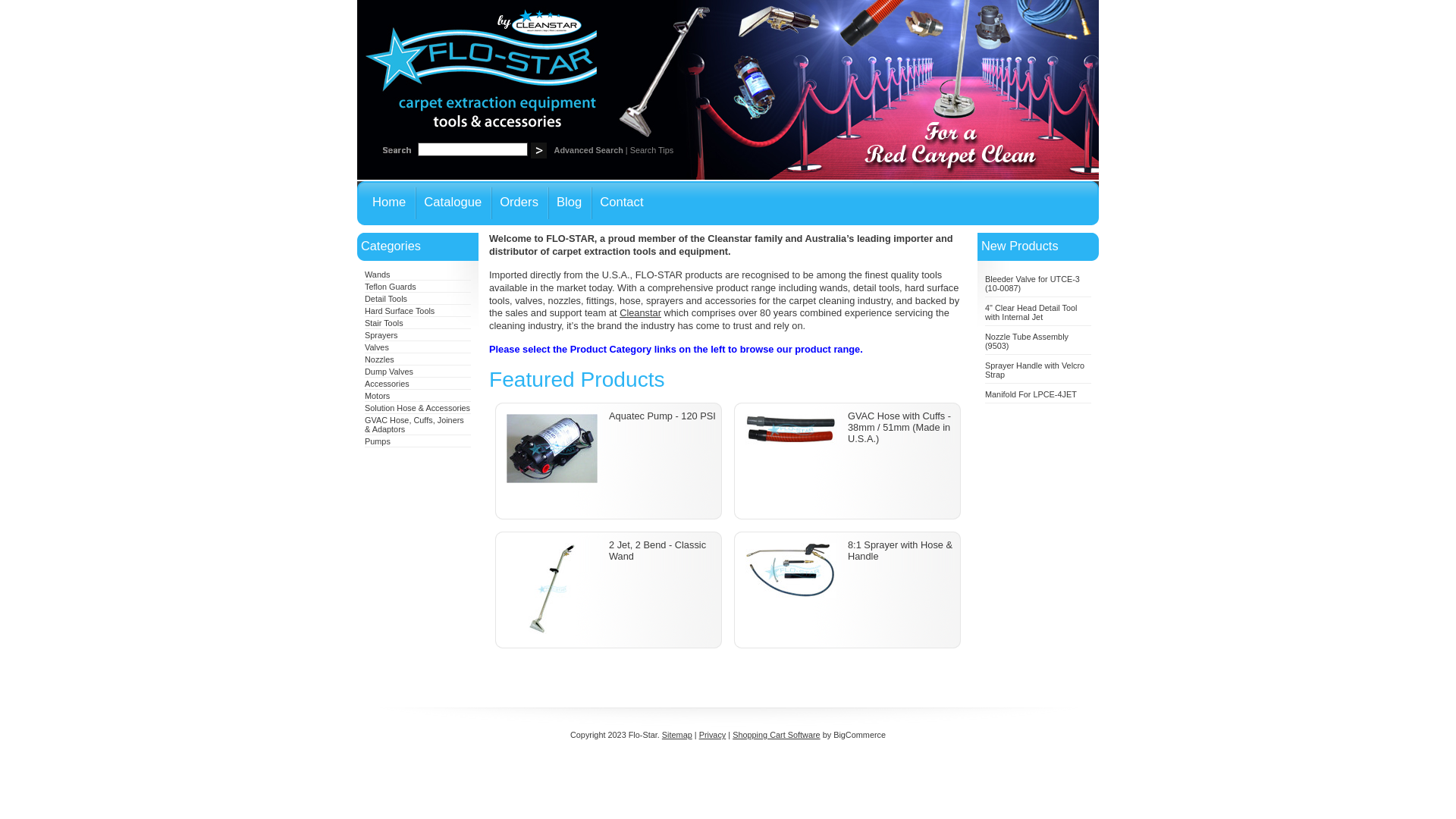 The image size is (1456, 819). Describe the element at coordinates (364, 382) in the screenshot. I see `'Accessories'` at that location.